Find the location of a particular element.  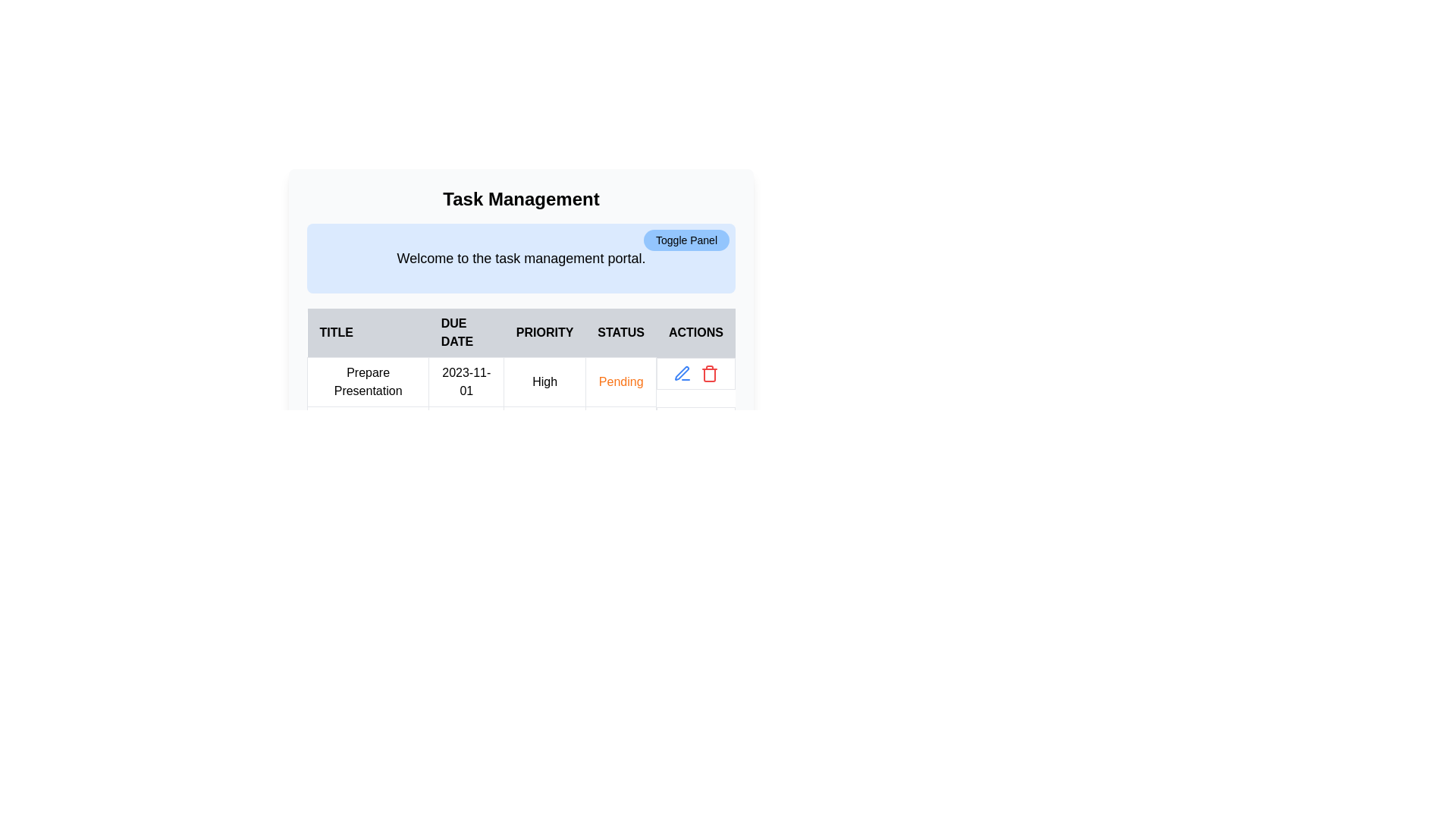

the first action button in the 'Actions' column of the table corresponding to the row labeled 'Prepare Presentation' is located at coordinates (682, 373).